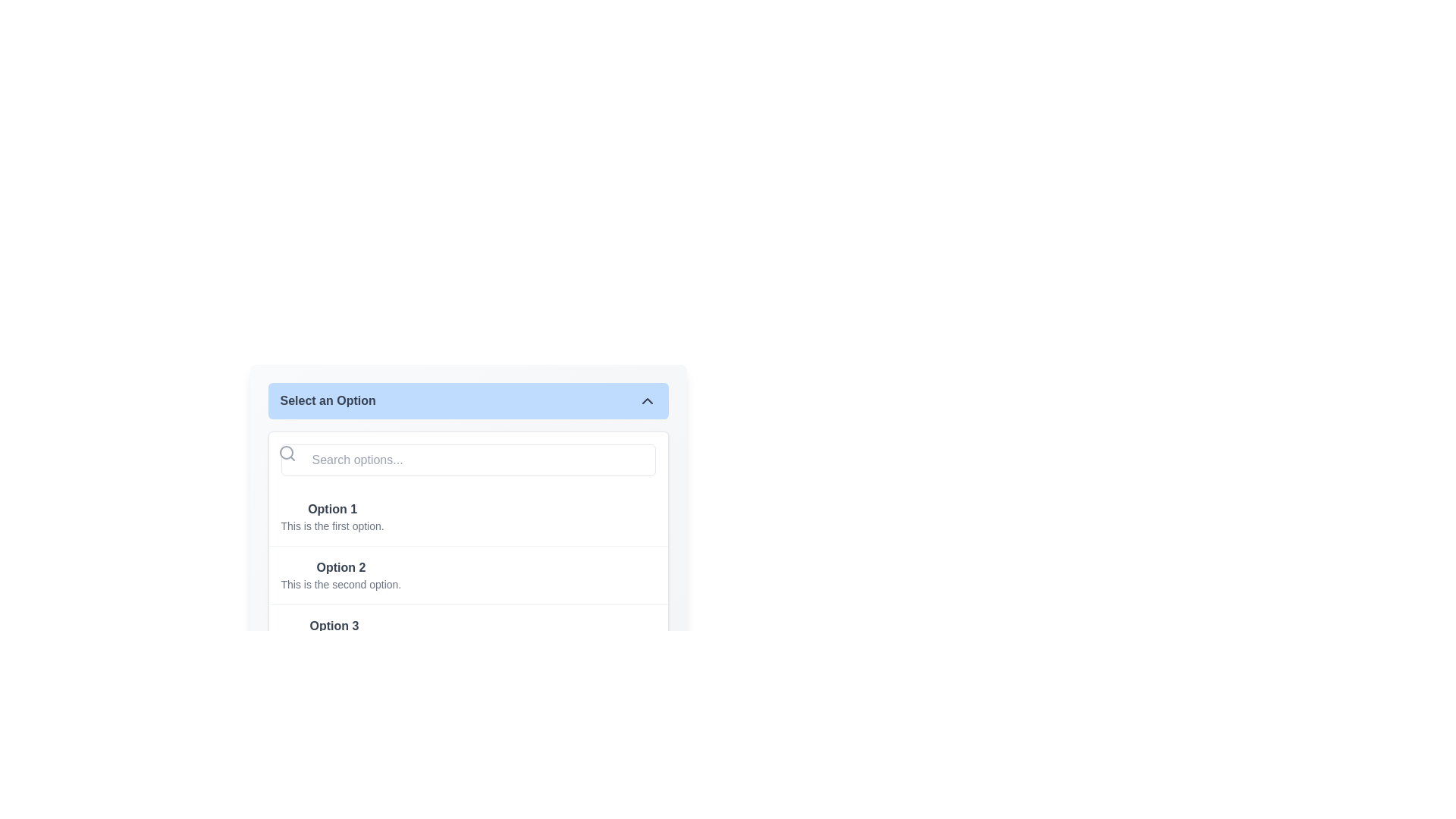  Describe the element at coordinates (334, 626) in the screenshot. I see `the highlighted 'Option 3' text label representing a selectable option in the list` at that location.